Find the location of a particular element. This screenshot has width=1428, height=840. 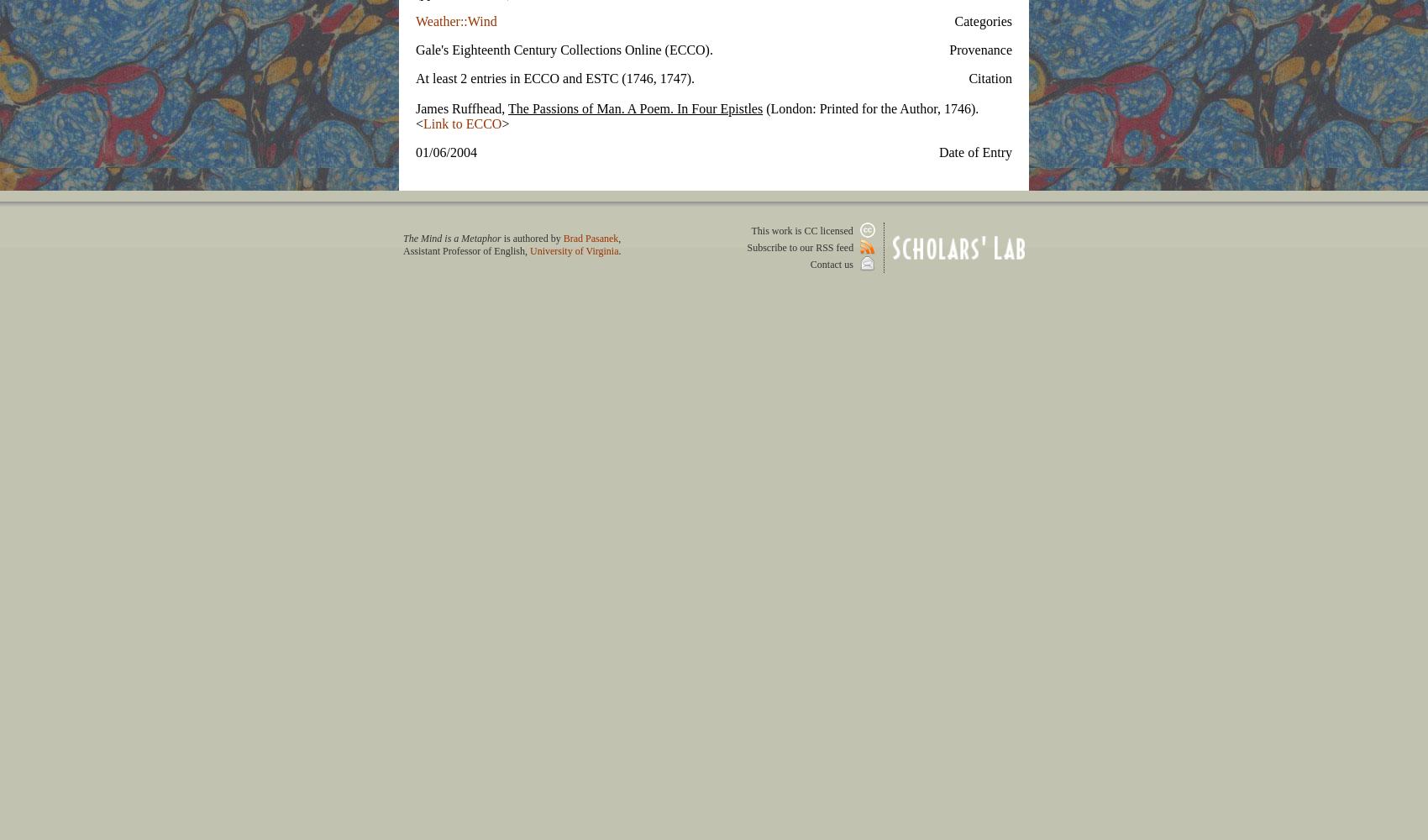

'This work is CC licensed' is located at coordinates (803, 230).